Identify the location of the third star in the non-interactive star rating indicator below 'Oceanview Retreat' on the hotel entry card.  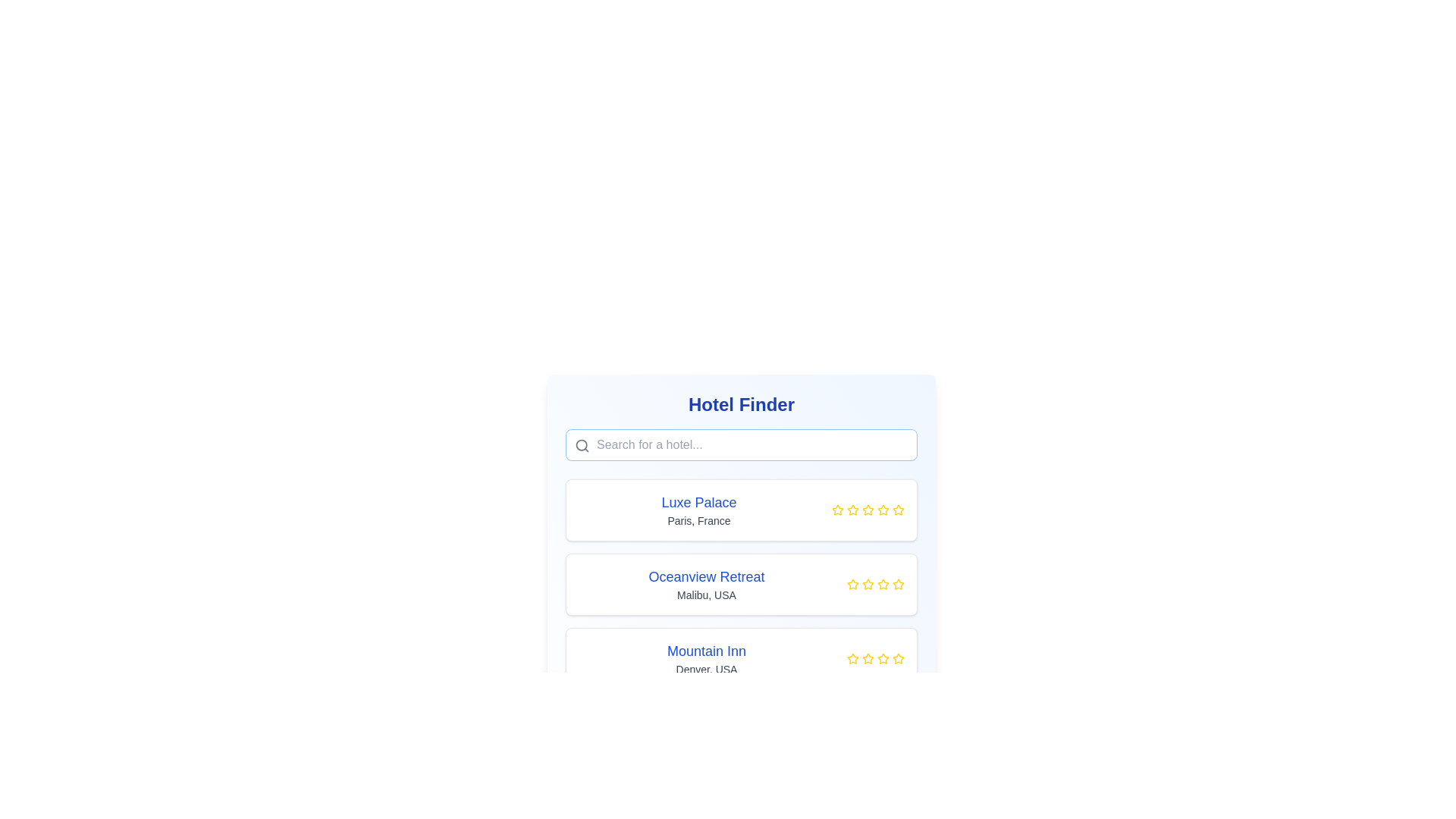
(876, 584).